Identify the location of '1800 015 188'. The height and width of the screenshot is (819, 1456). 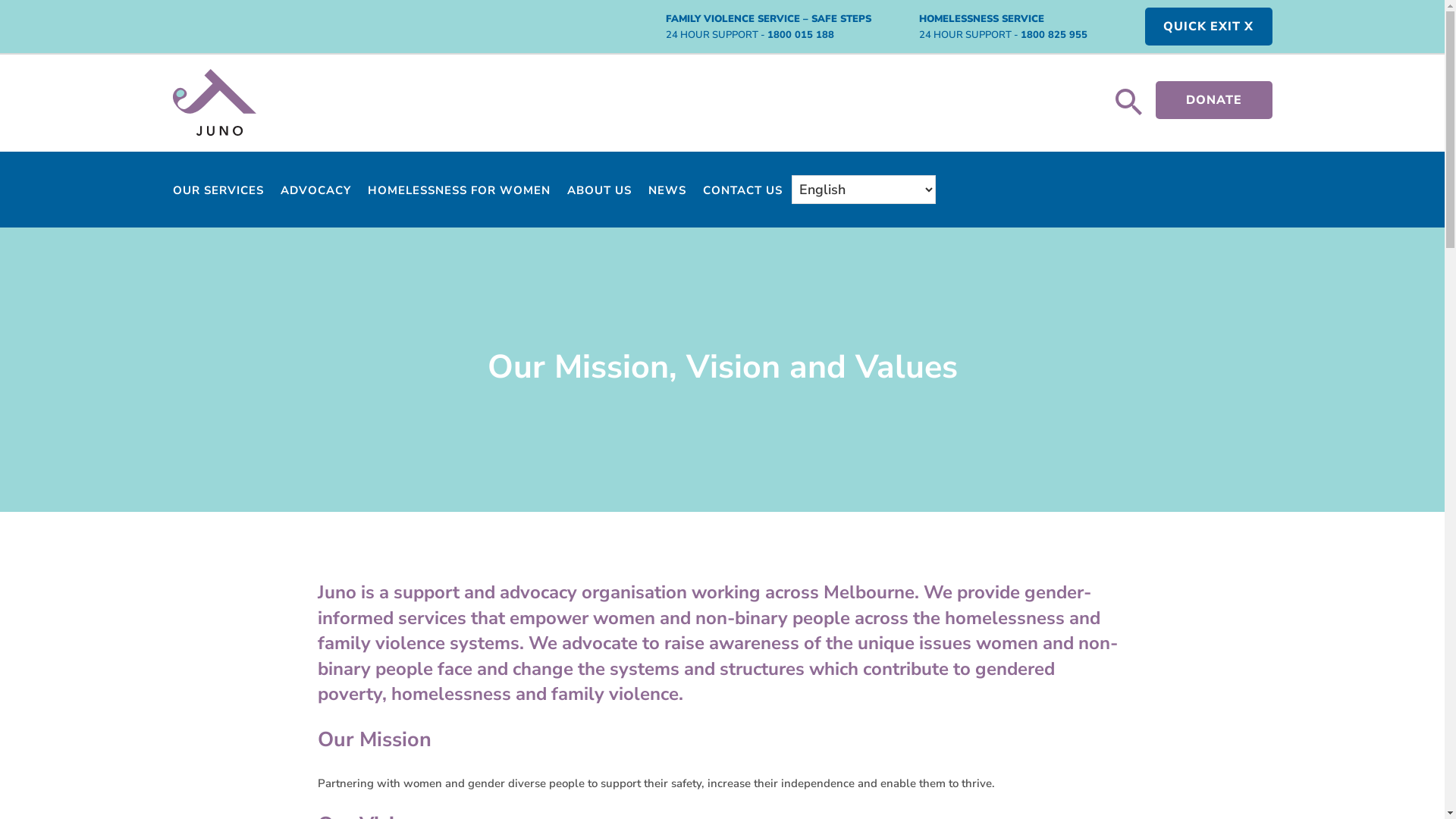
(767, 34).